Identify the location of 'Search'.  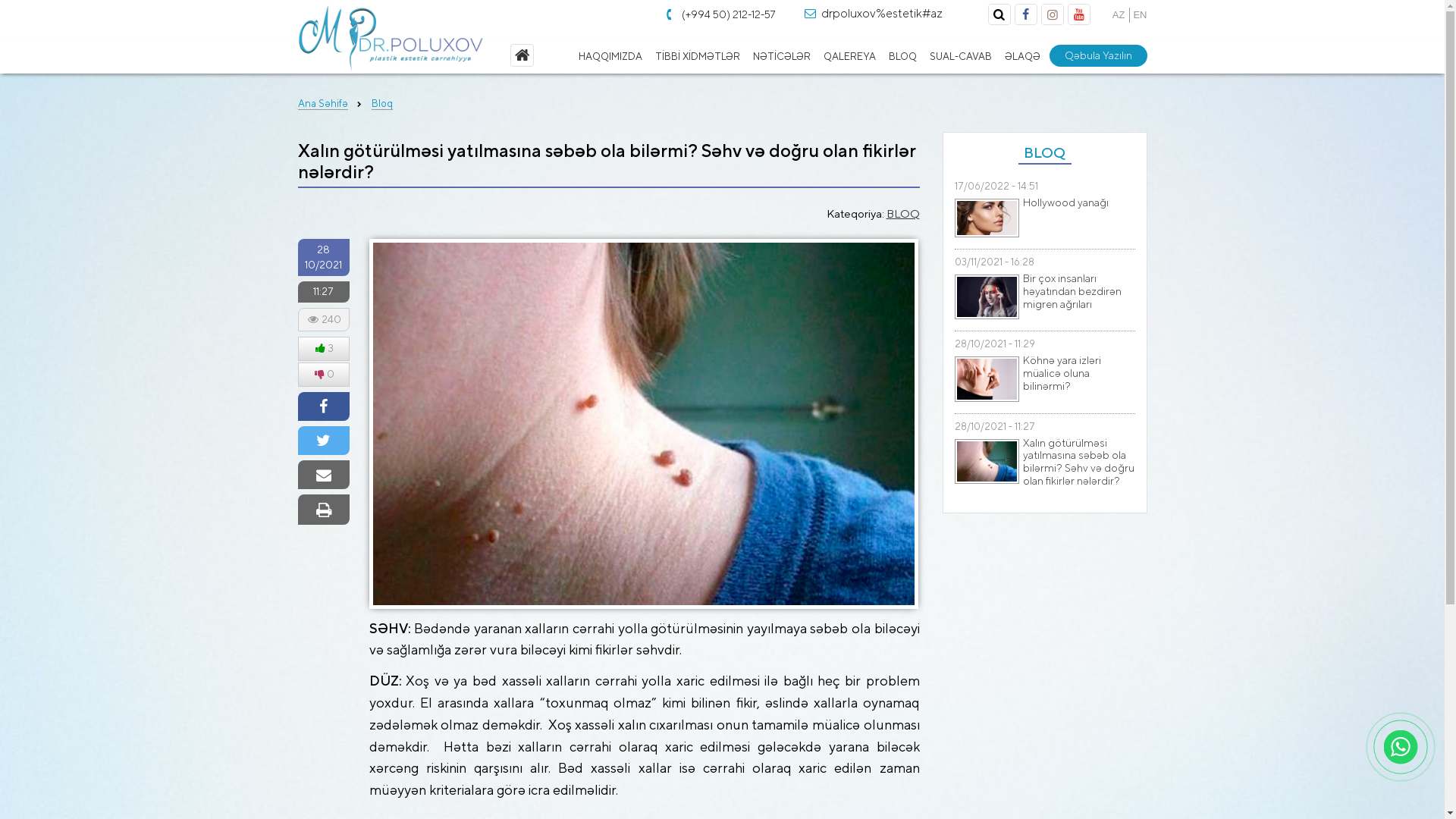
(999, 14).